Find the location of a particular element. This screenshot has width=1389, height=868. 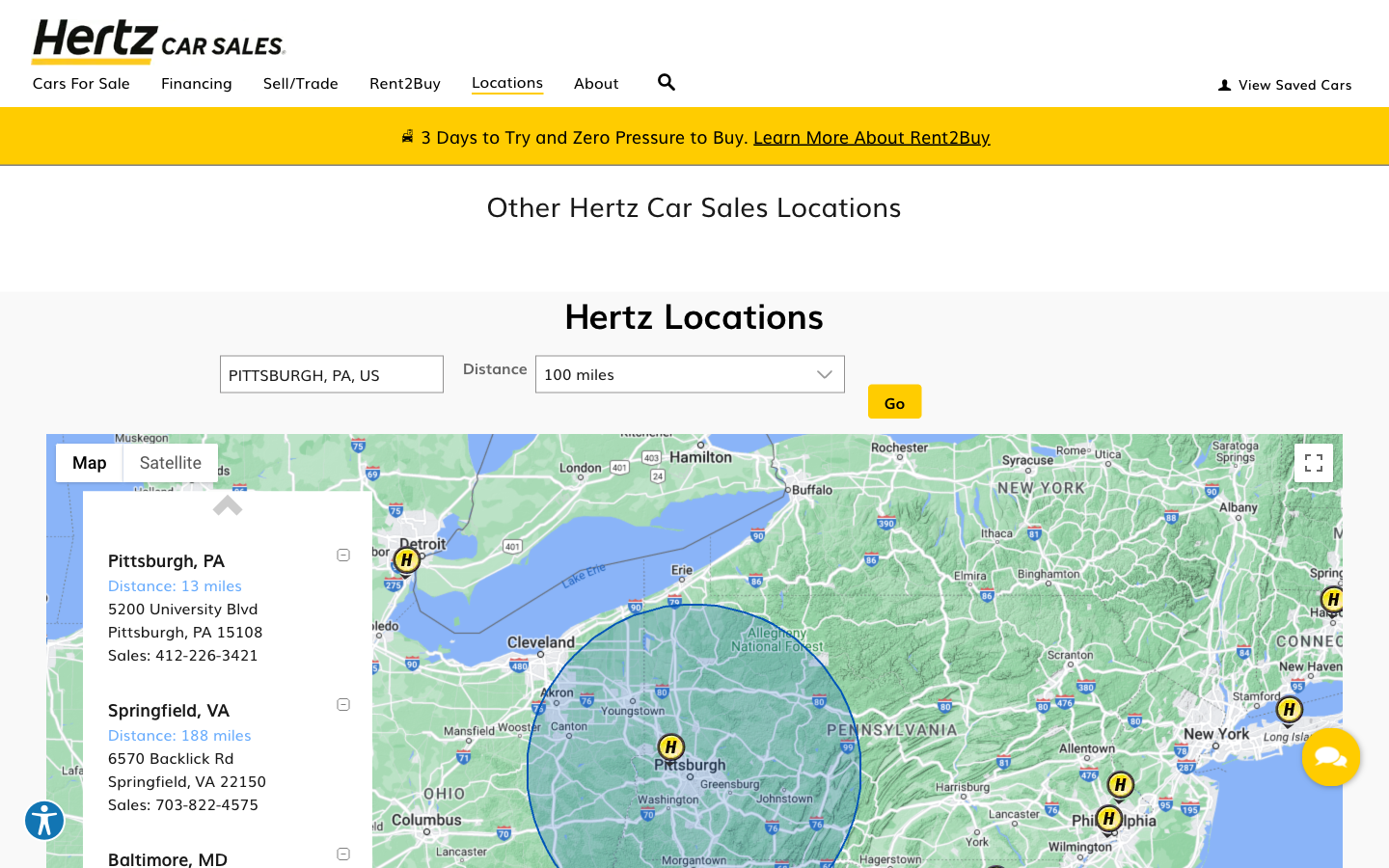

the rent2buy information page is located at coordinates (872, 136).